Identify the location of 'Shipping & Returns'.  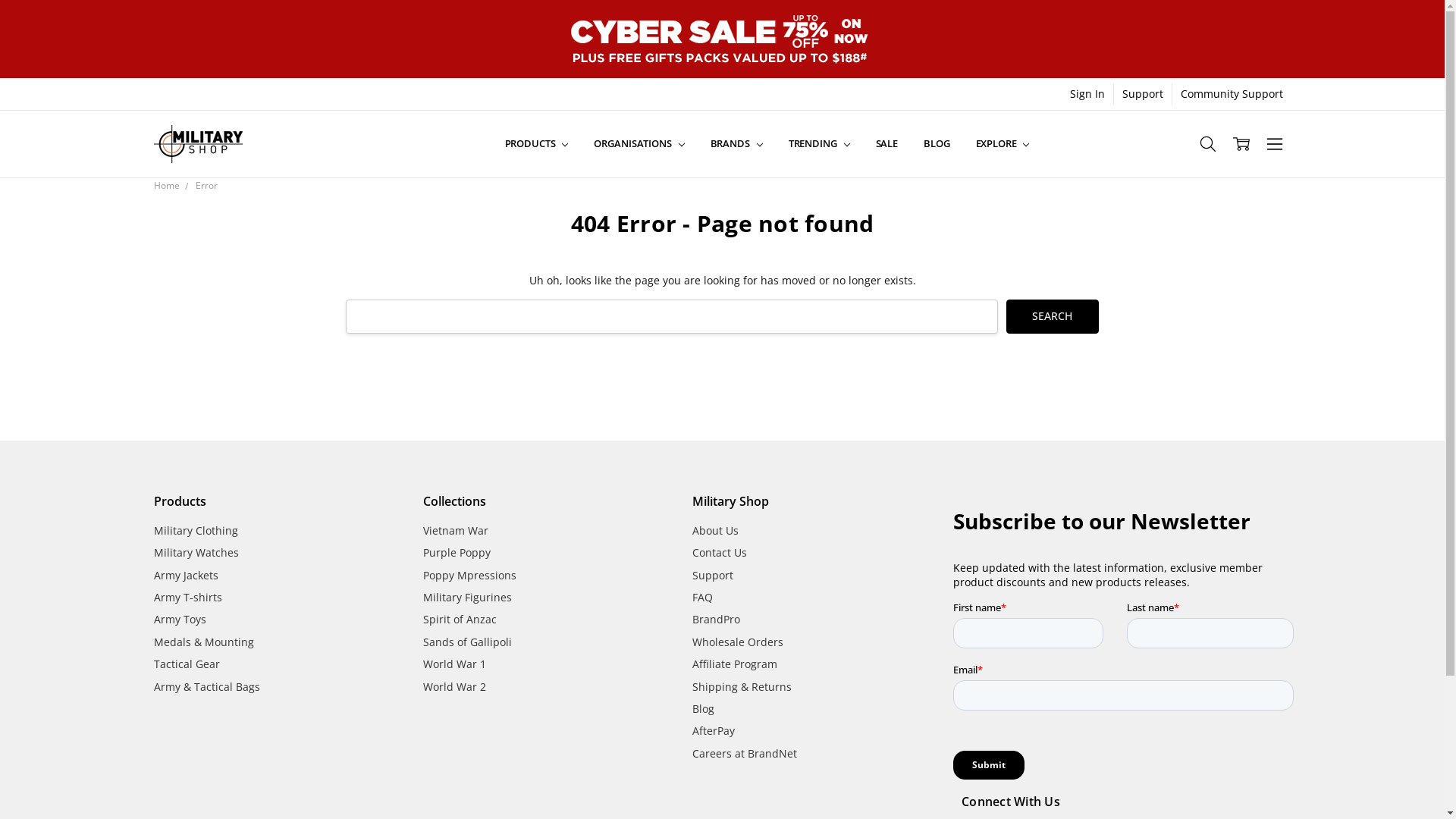
(742, 686).